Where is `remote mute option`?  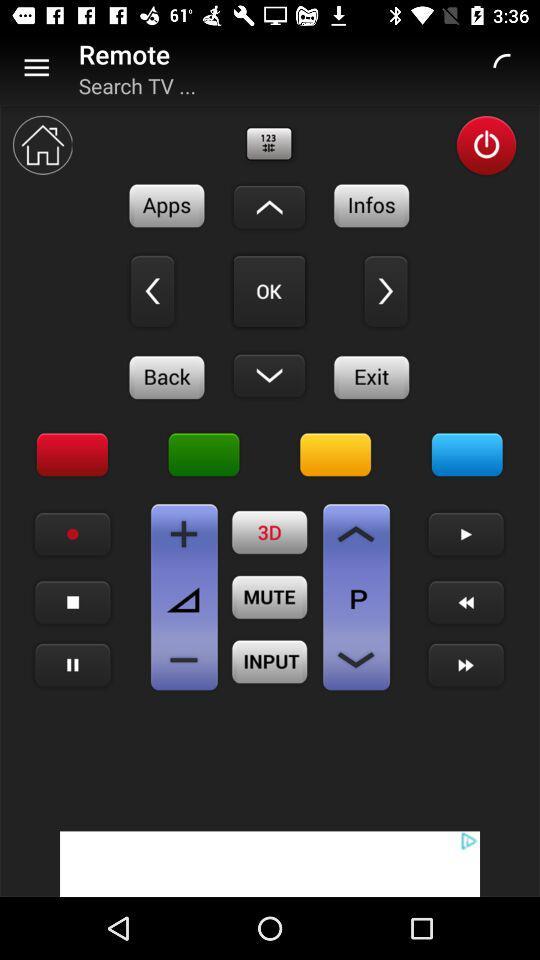 remote mute option is located at coordinates (270, 597).